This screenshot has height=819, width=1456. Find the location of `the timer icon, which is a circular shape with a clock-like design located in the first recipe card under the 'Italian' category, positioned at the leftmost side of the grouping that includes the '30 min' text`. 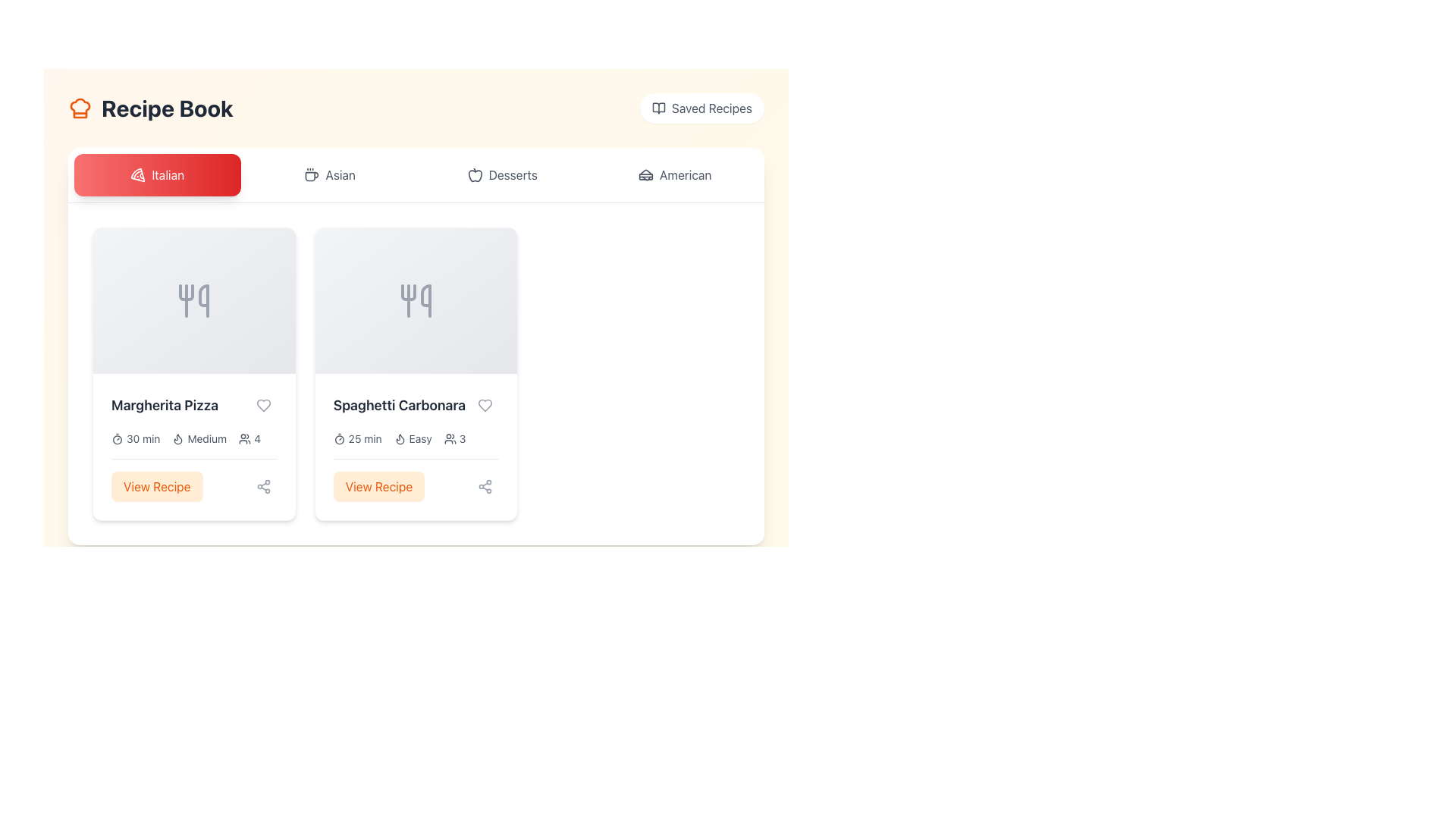

the timer icon, which is a circular shape with a clock-like design located in the first recipe card under the 'Italian' category, positioned at the leftmost side of the grouping that includes the '30 min' text is located at coordinates (116, 438).